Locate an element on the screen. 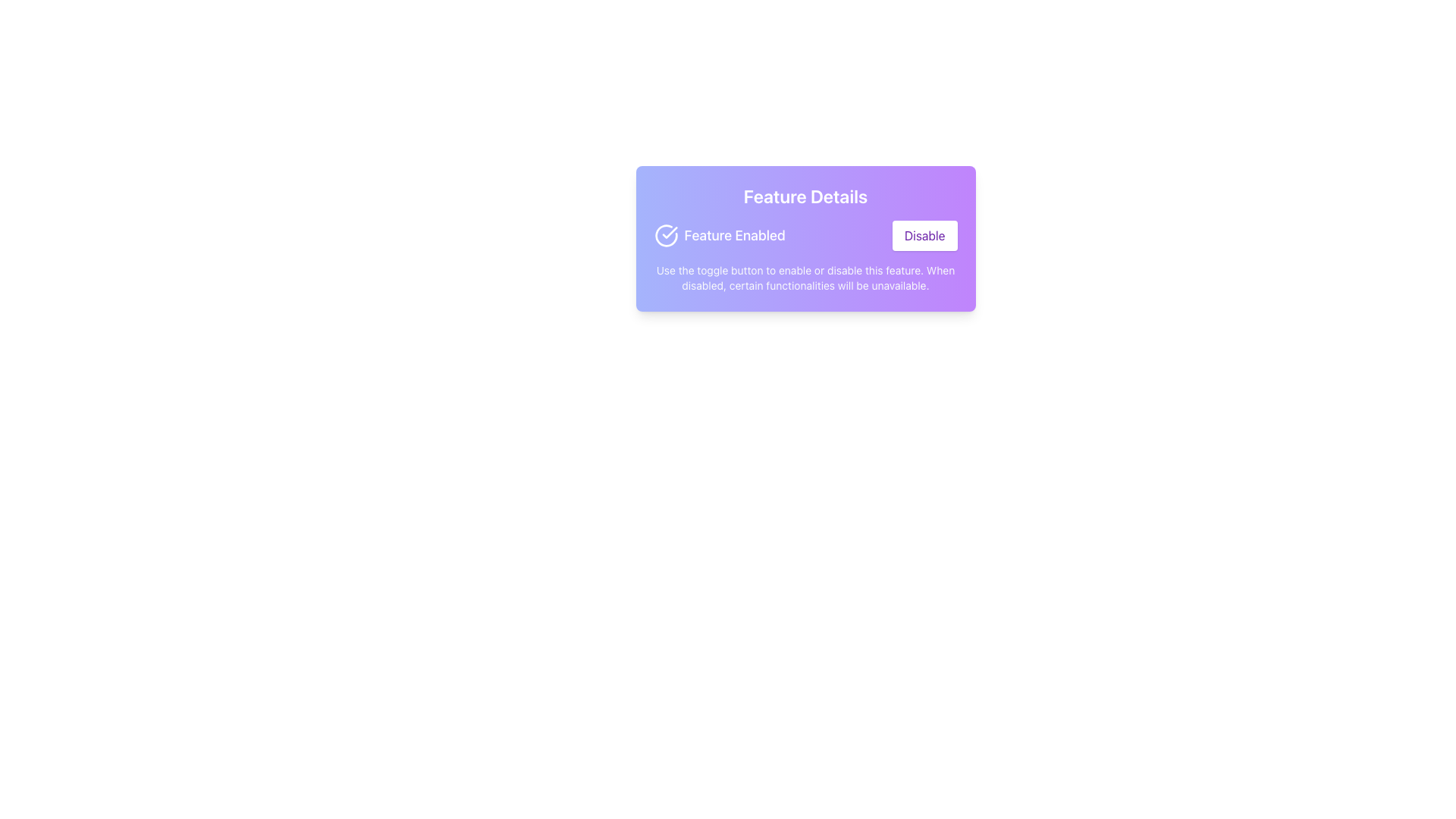  the status icon located to the left of the 'Feature Enabled' label within the 'Feature Details' card is located at coordinates (669, 233).